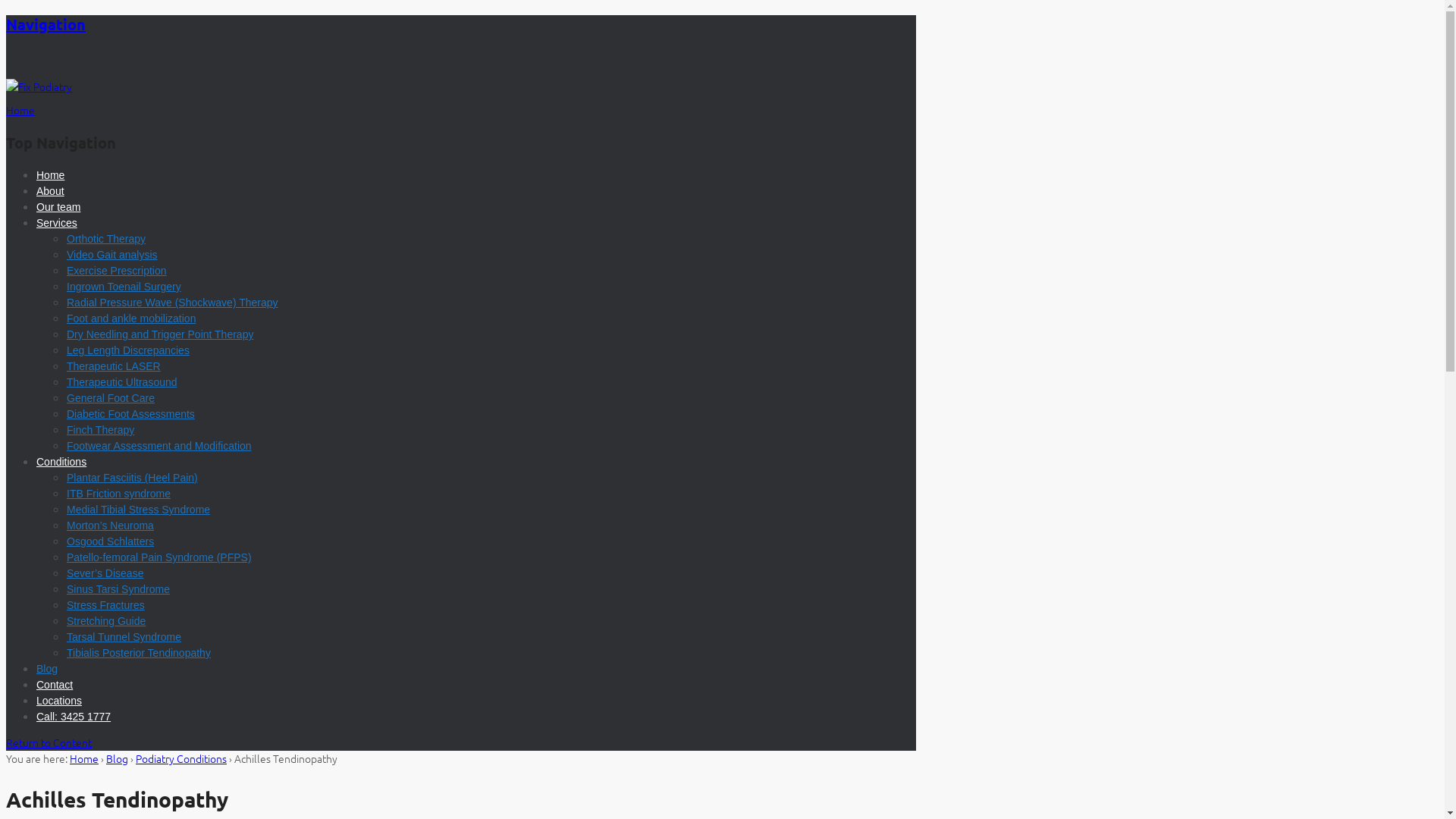  Describe the element at coordinates (58, 207) in the screenshot. I see `'Our team'` at that location.